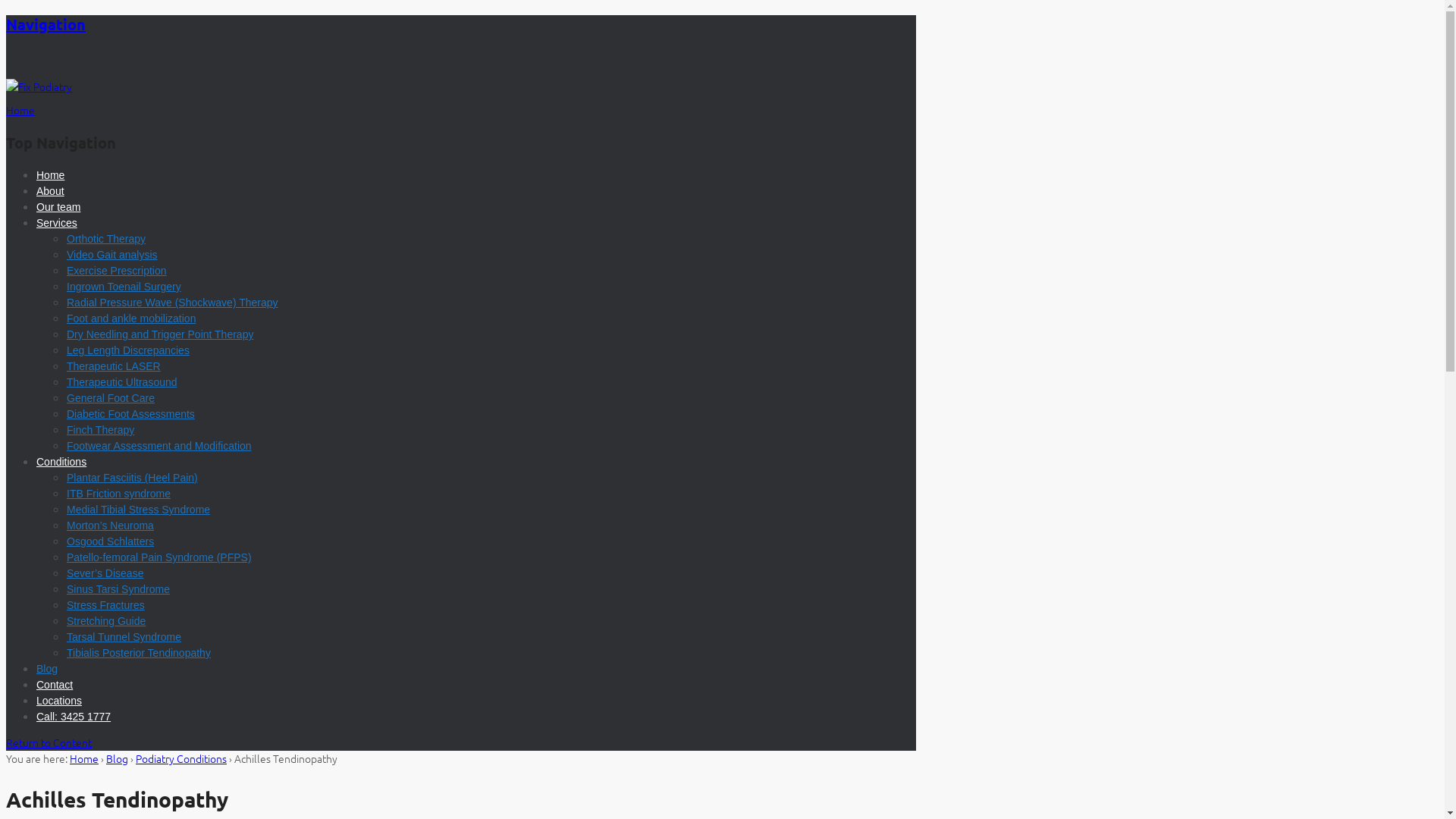  Describe the element at coordinates (58, 207) in the screenshot. I see `'Our team'` at that location.